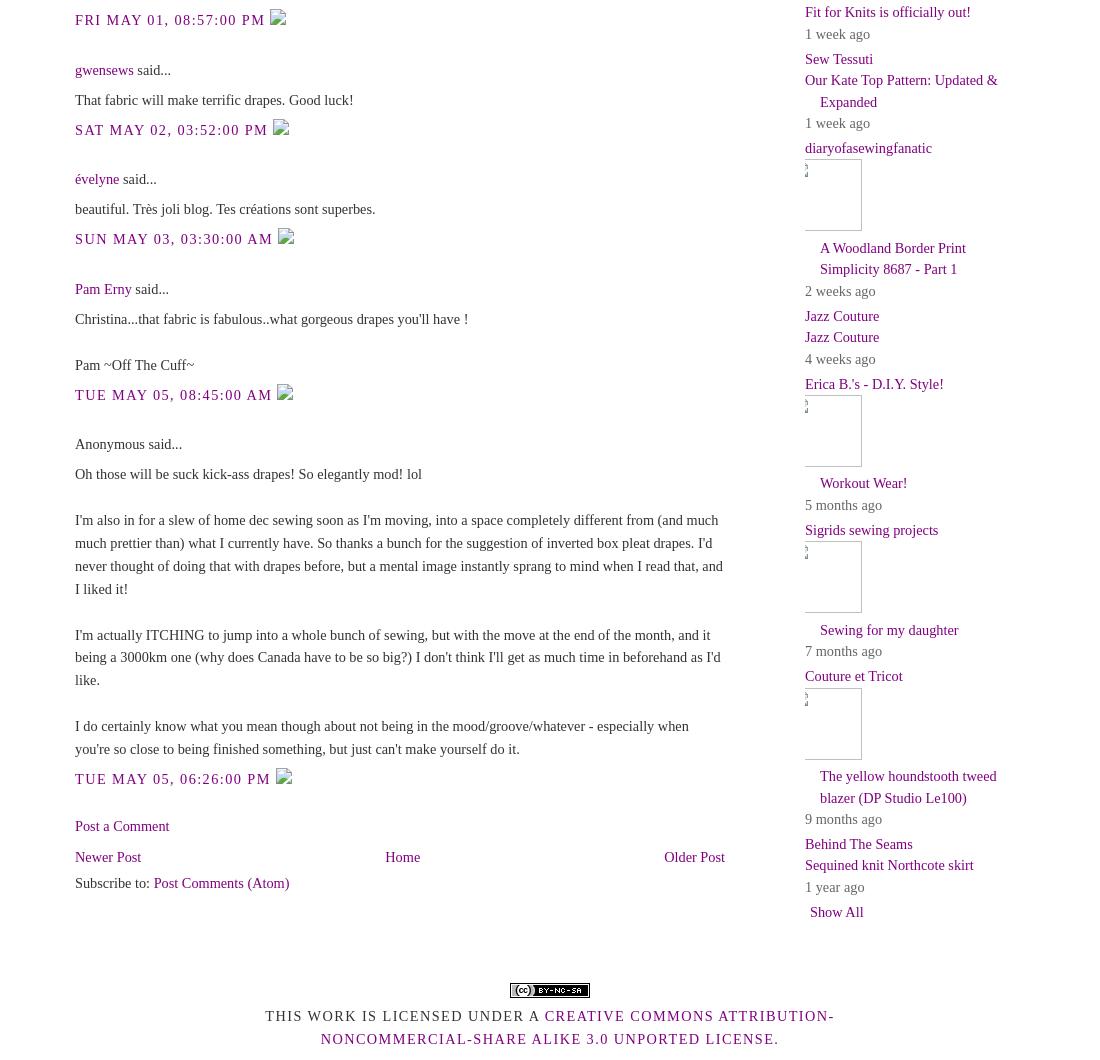 Image resolution: width=1100 pixels, height=1060 pixels. I want to click on 'Anonymous
said...', so click(128, 443).